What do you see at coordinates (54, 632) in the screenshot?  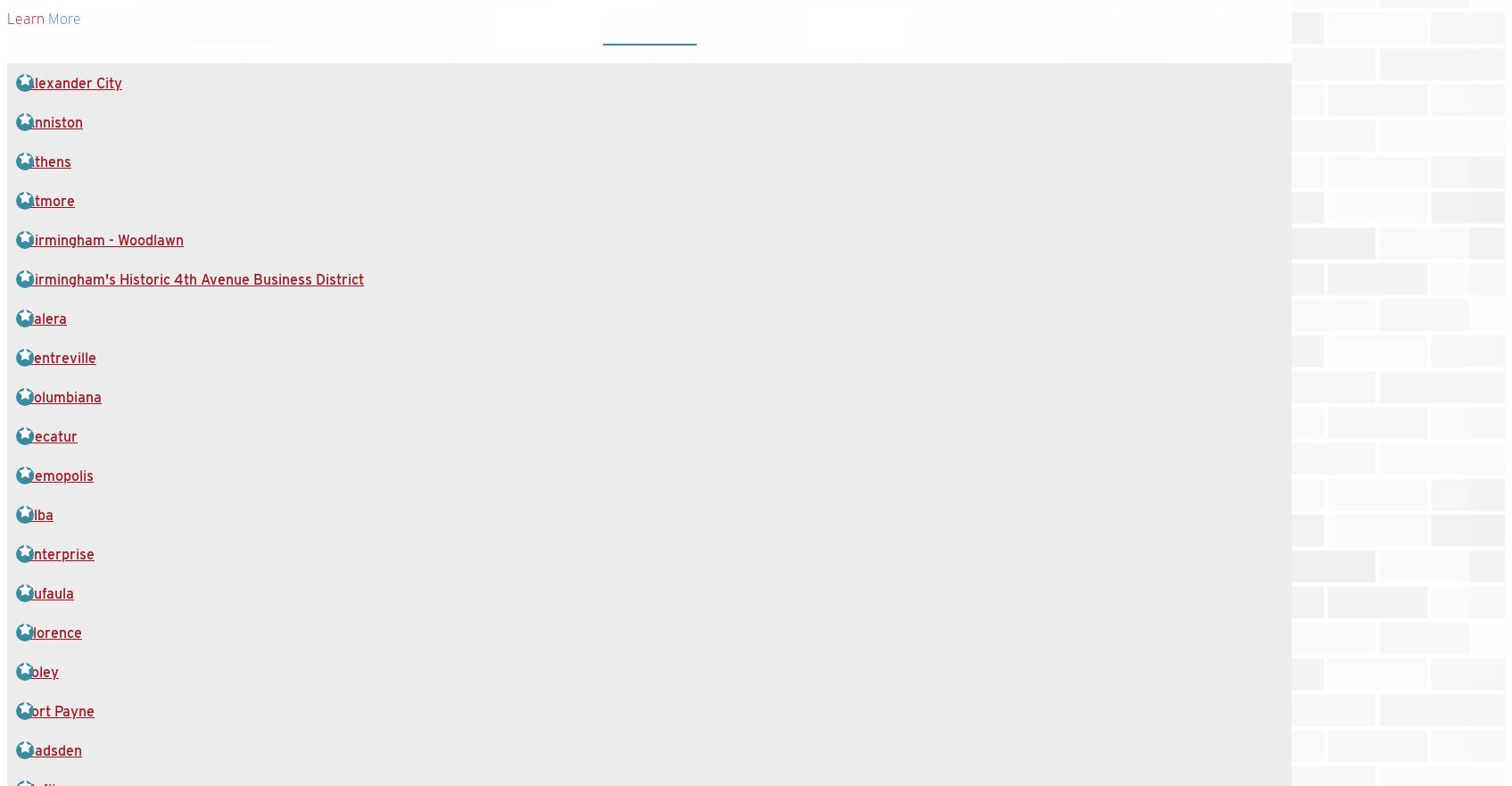 I see `'Florence'` at bounding box center [54, 632].